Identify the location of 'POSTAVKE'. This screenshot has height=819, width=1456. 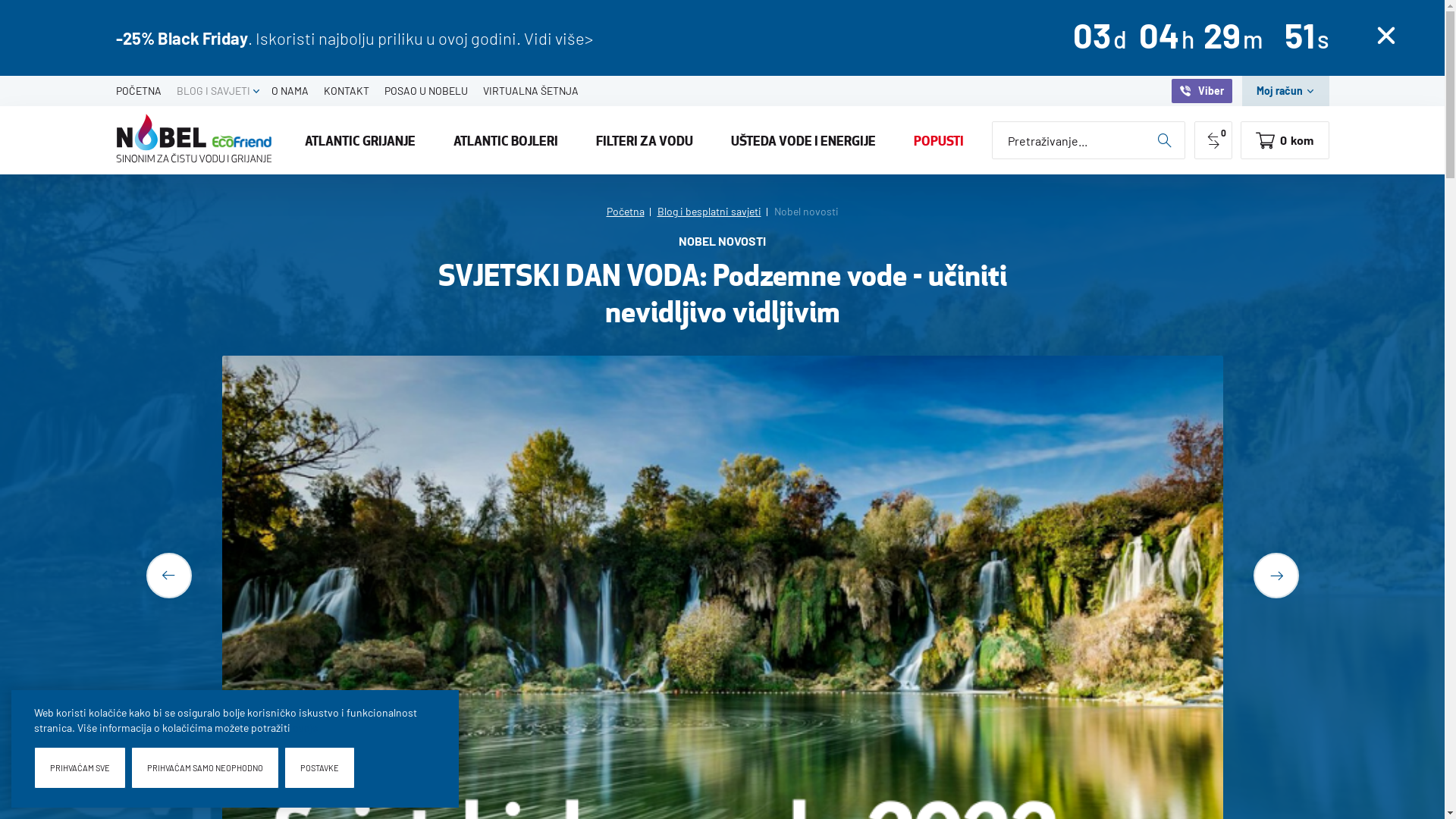
(318, 767).